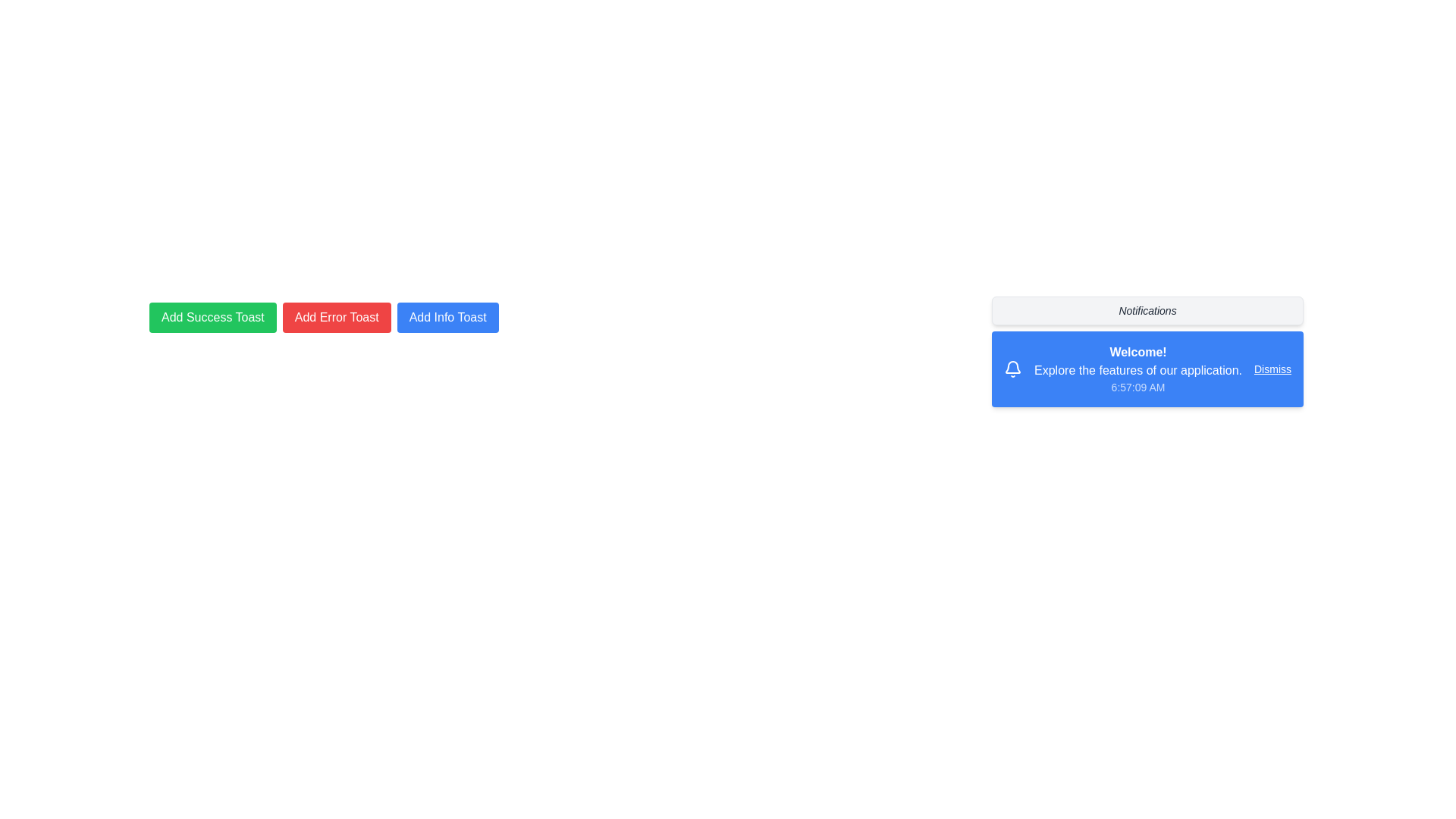 The image size is (1456, 819). I want to click on the first button in the group of three, which triggers the display of a success notification or message, so click(212, 317).